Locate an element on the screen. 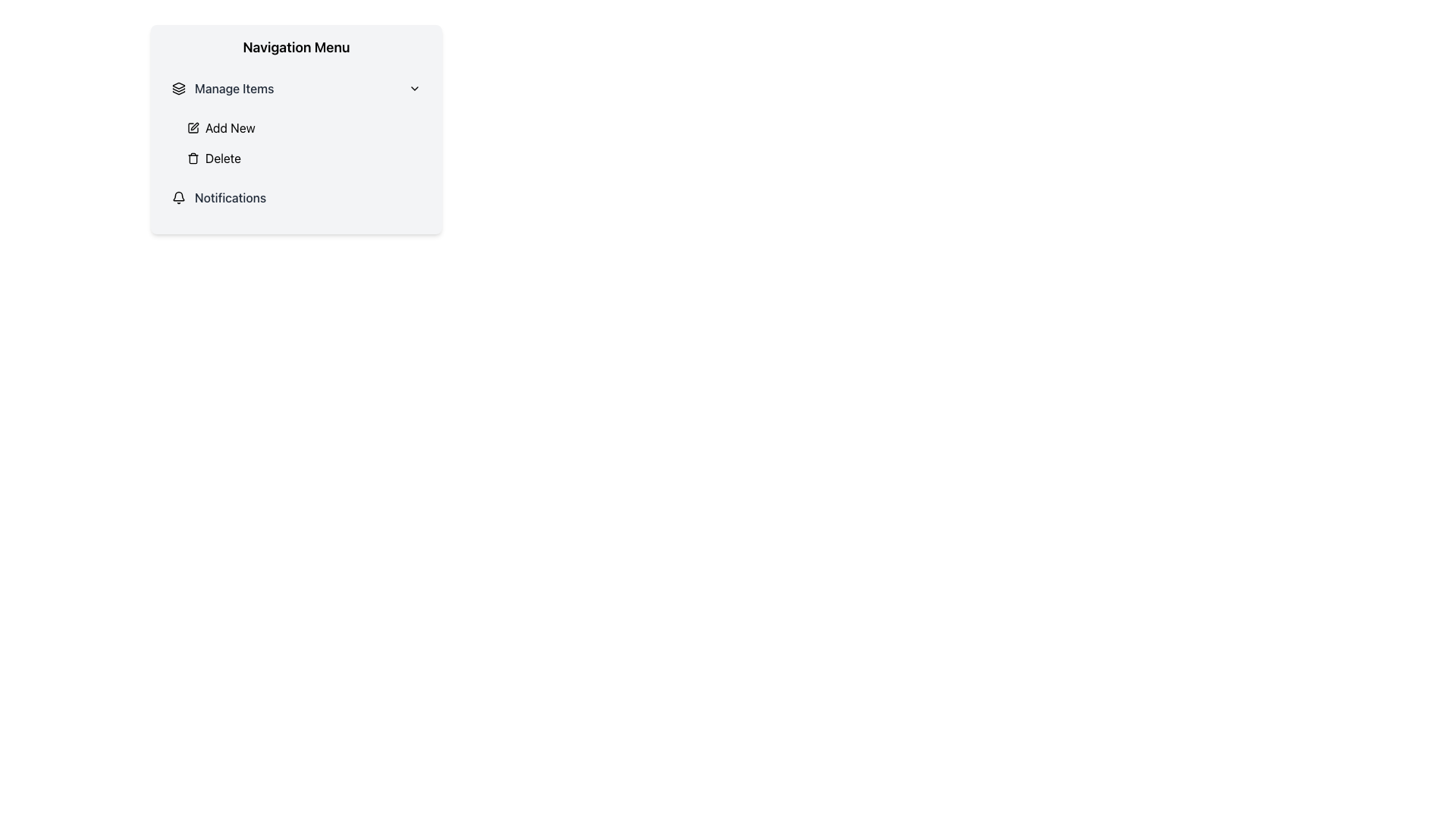 This screenshot has height=819, width=1456. the visual appearance of the 'Add New' icon, which is a pen icon located to the left of the 'Add New' text in the vertical navigation menu is located at coordinates (192, 127).